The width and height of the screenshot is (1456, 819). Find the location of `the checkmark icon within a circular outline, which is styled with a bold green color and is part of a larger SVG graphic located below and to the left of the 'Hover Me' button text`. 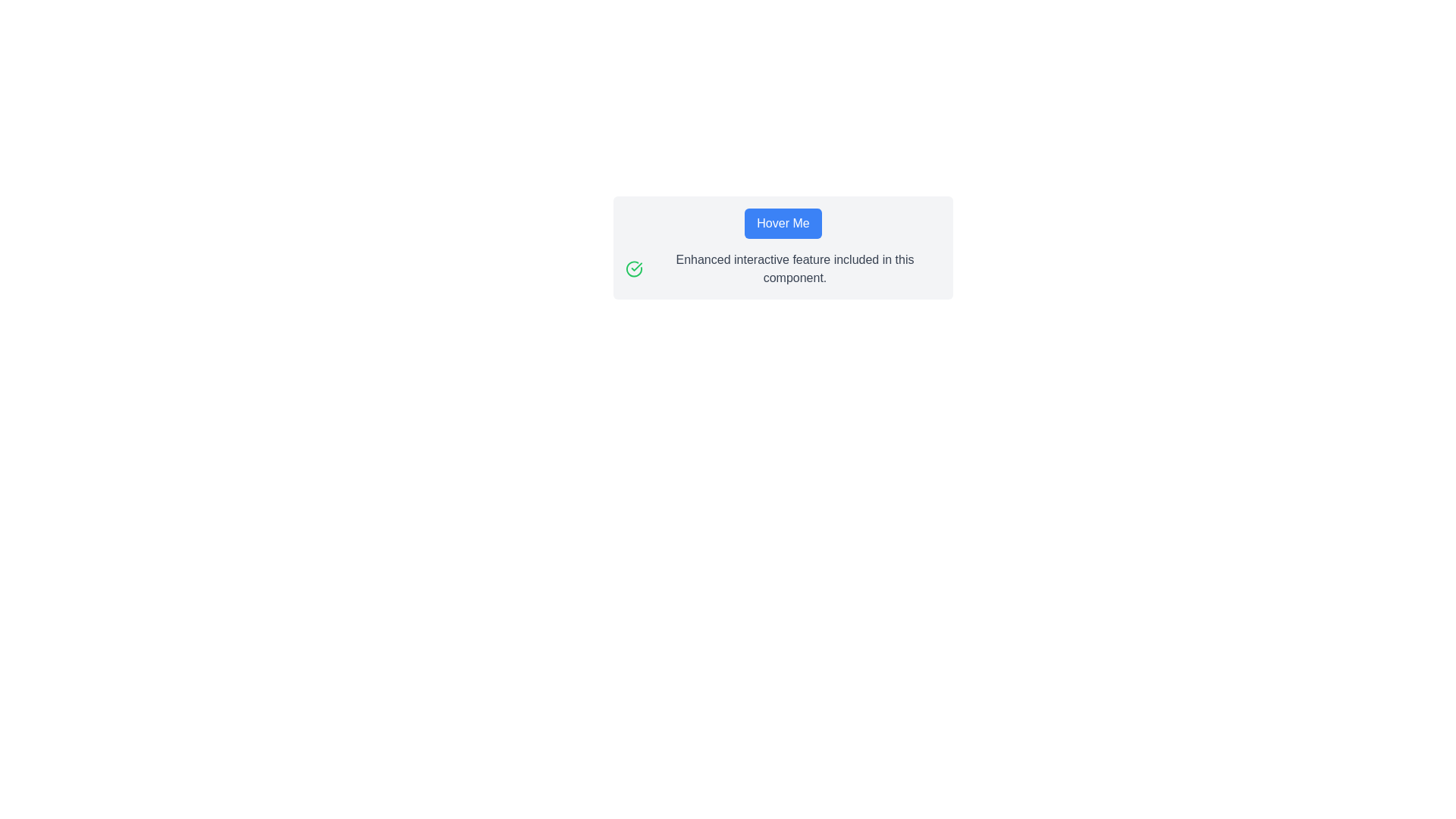

the checkmark icon within a circular outline, which is styled with a bold green color and is part of a larger SVG graphic located below and to the left of the 'Hover Me' button text is located at coordinates (636, 266).